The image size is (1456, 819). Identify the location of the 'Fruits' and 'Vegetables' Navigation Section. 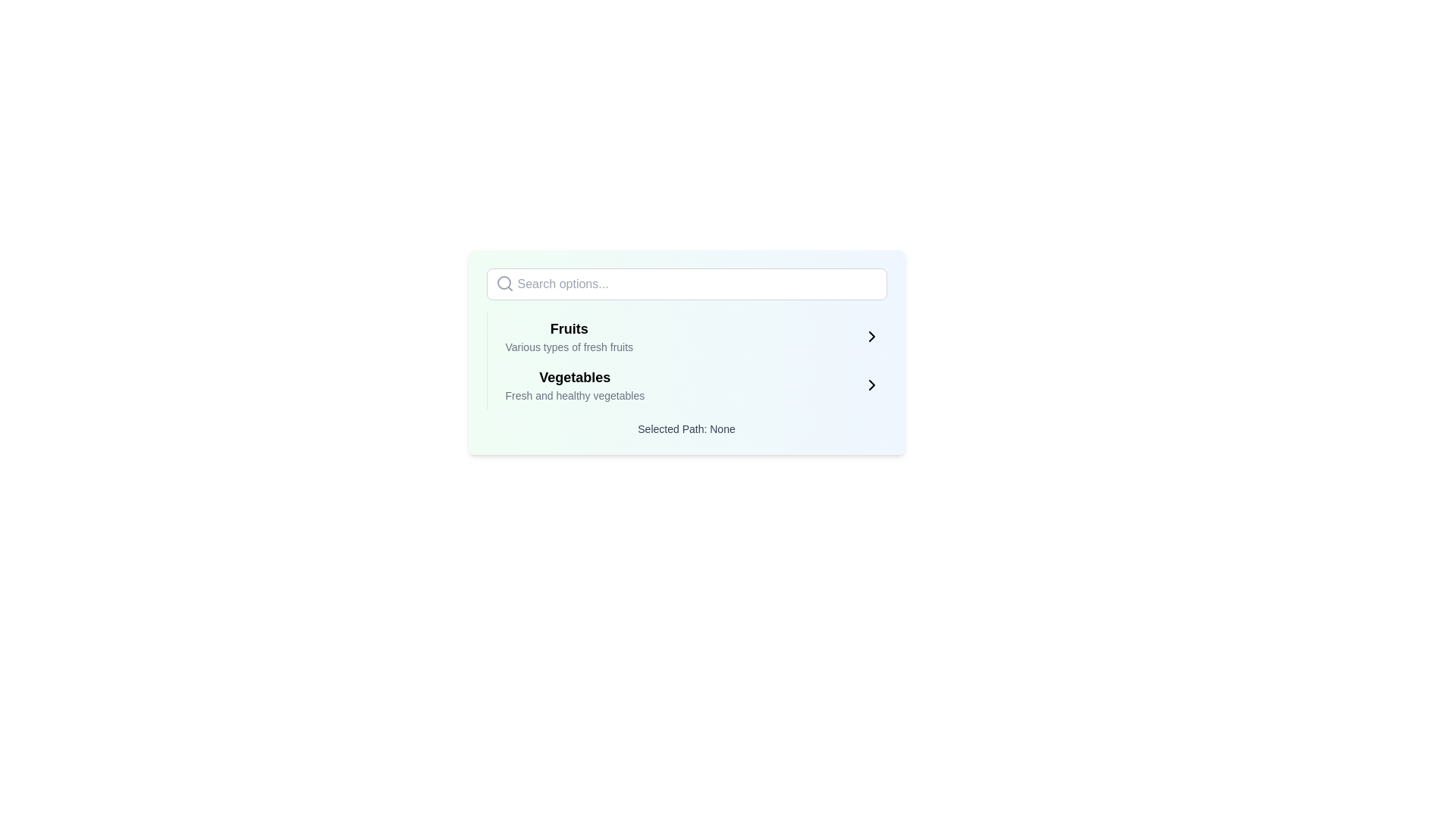
(686, 360).